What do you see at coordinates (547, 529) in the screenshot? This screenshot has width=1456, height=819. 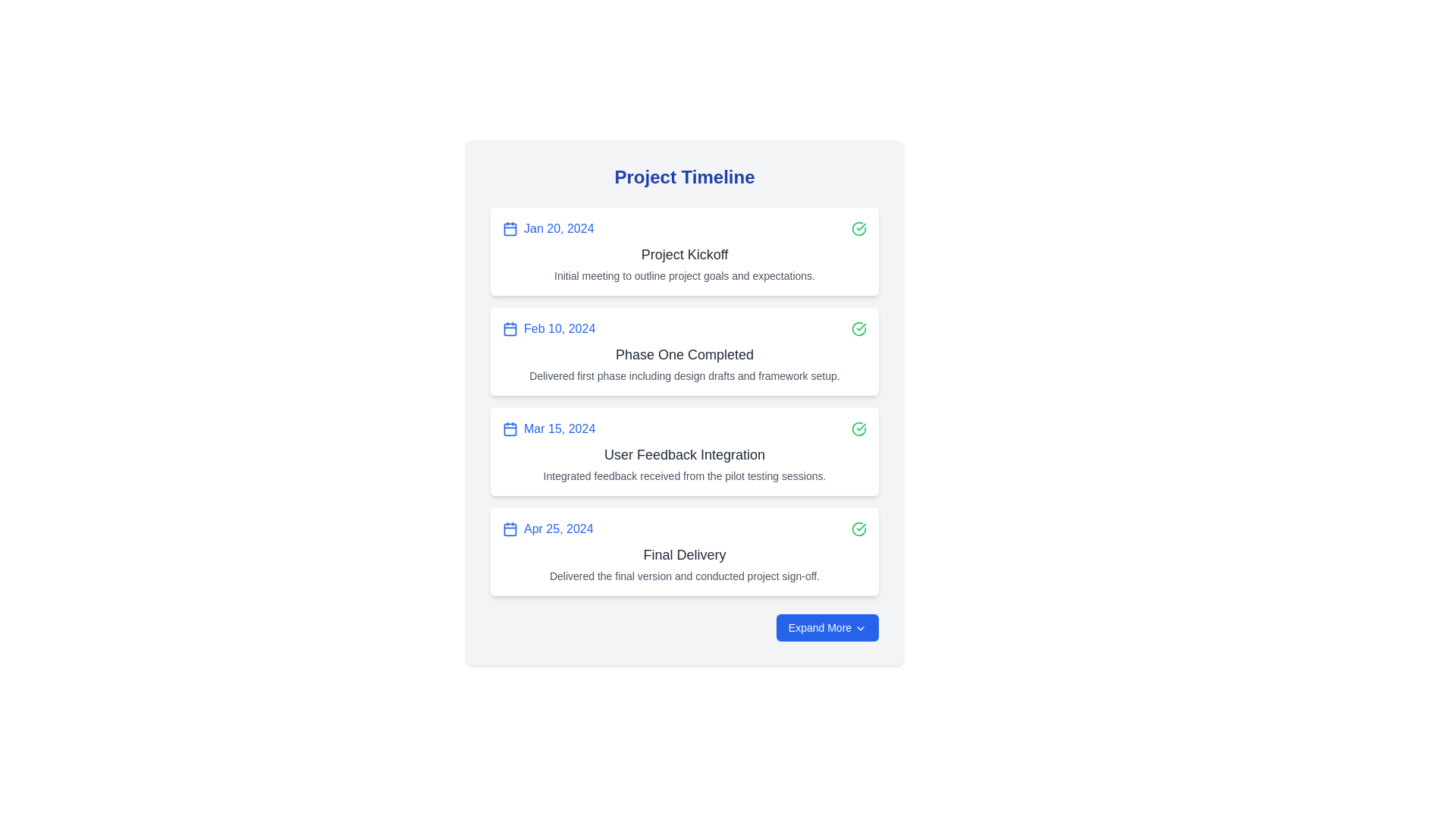 I see `the text label displaying the due date for the timeline event located in the last timeline entry under the date 'Apr 25, 2024'` at bounding box center [547, 529].